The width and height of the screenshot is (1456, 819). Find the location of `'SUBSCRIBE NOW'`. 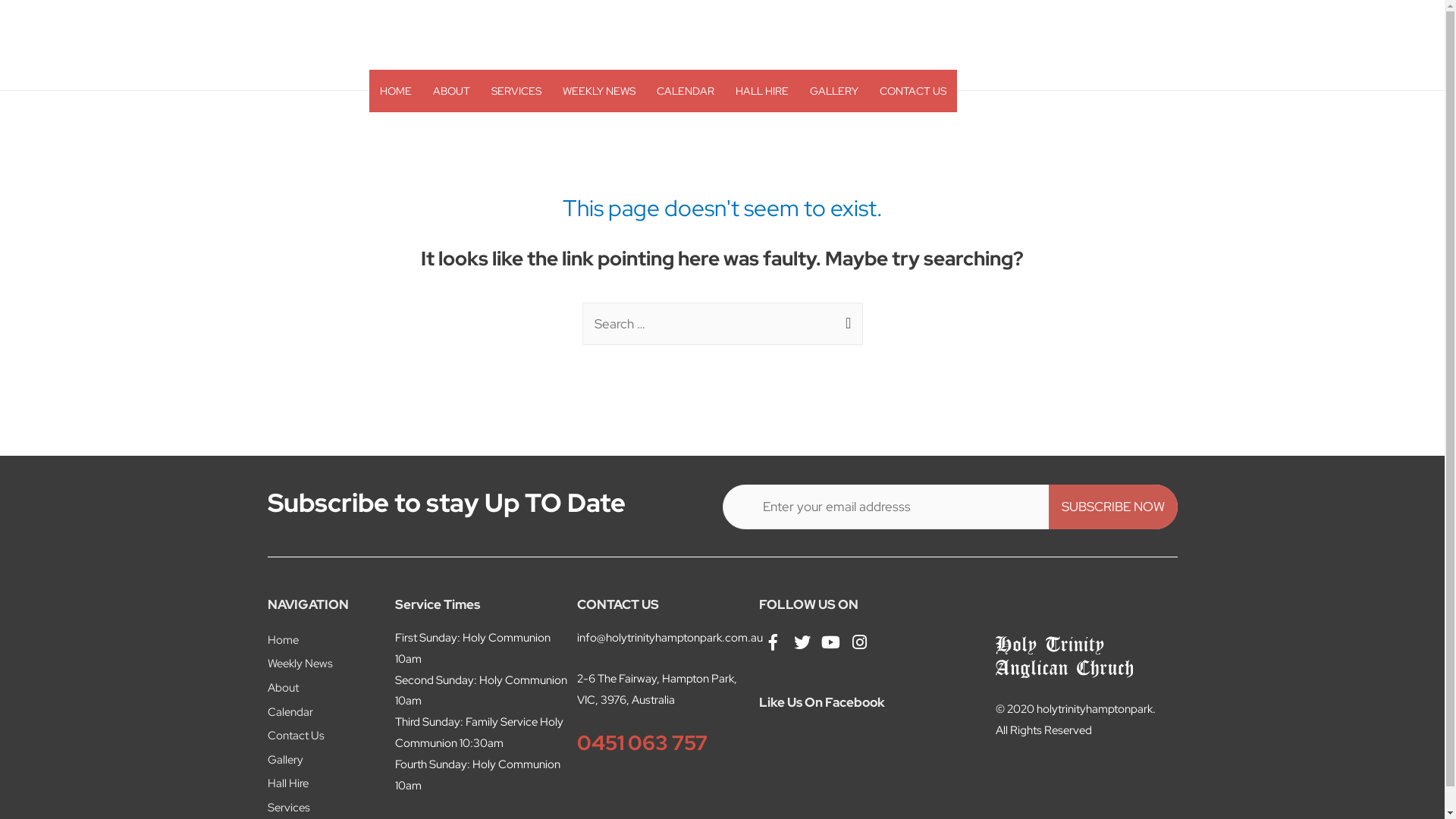

'SUBSCRIBE NOW' is located at coordinates (1047, 507).